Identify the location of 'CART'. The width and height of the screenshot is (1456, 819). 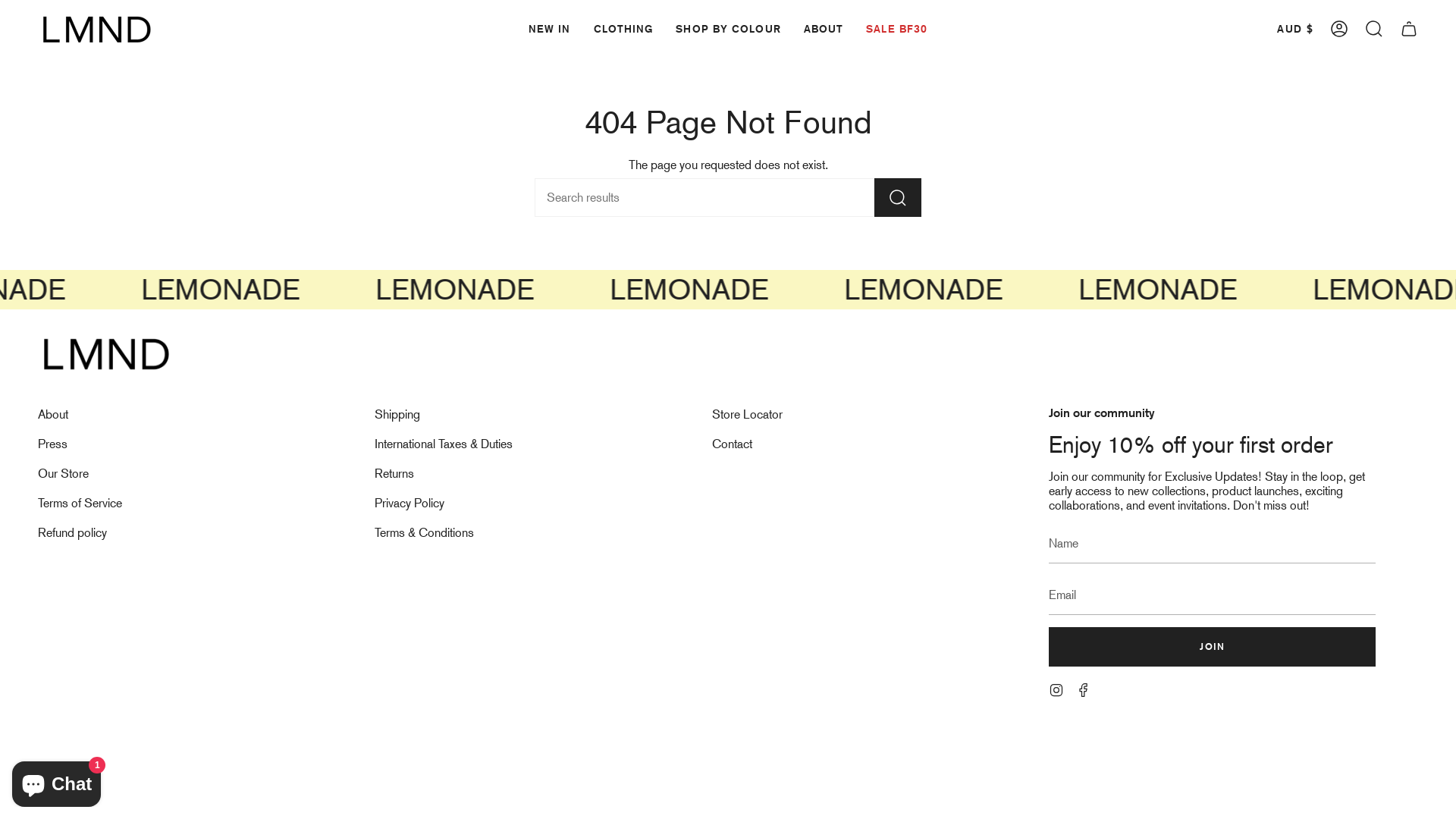
(1407, 29).